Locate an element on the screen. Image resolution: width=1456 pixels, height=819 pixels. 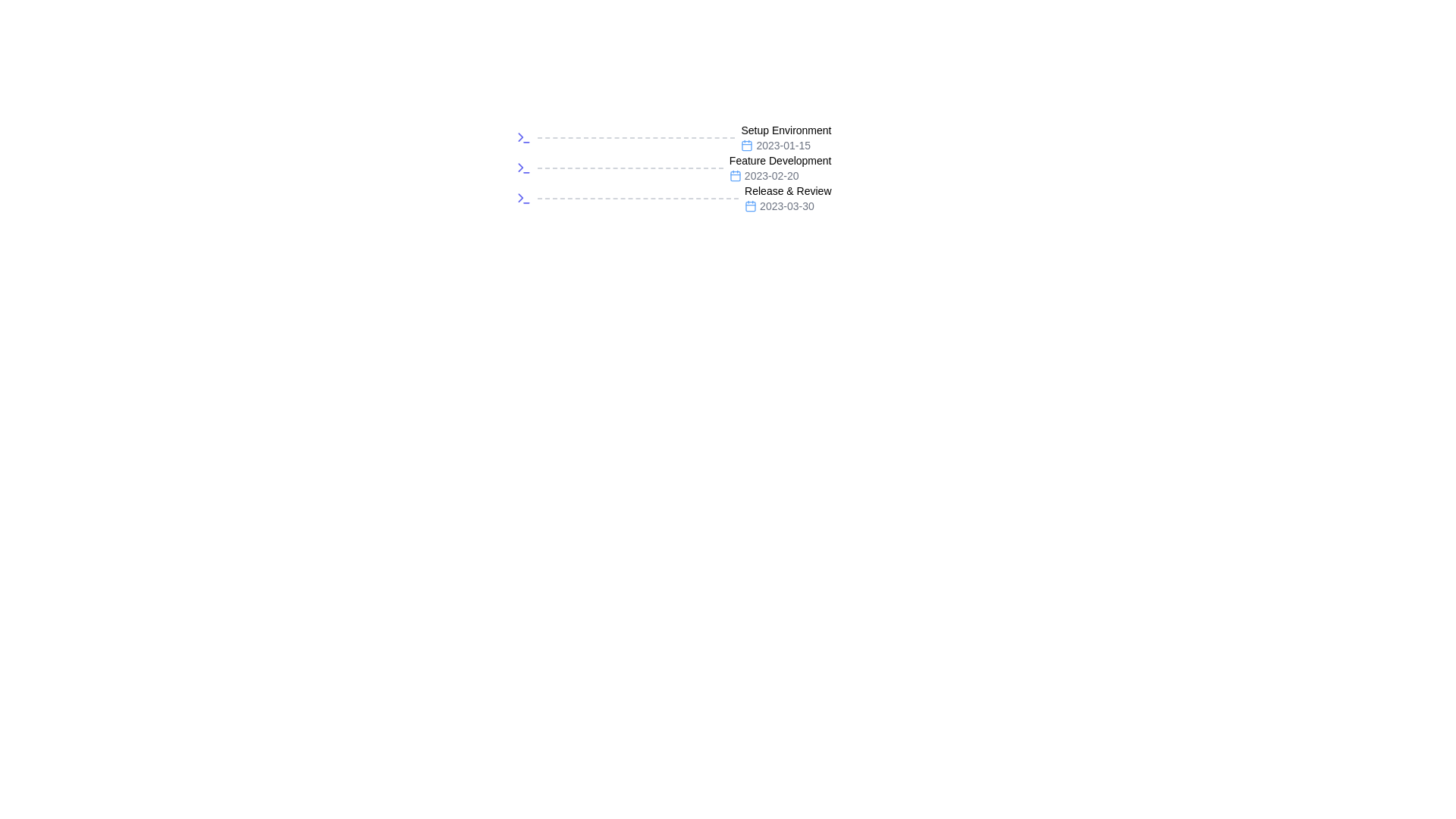
the icon representing 'Feature Development' located adjacent to the text 'Feature Development 2023-02-20' is located at coordinates (523, 168).